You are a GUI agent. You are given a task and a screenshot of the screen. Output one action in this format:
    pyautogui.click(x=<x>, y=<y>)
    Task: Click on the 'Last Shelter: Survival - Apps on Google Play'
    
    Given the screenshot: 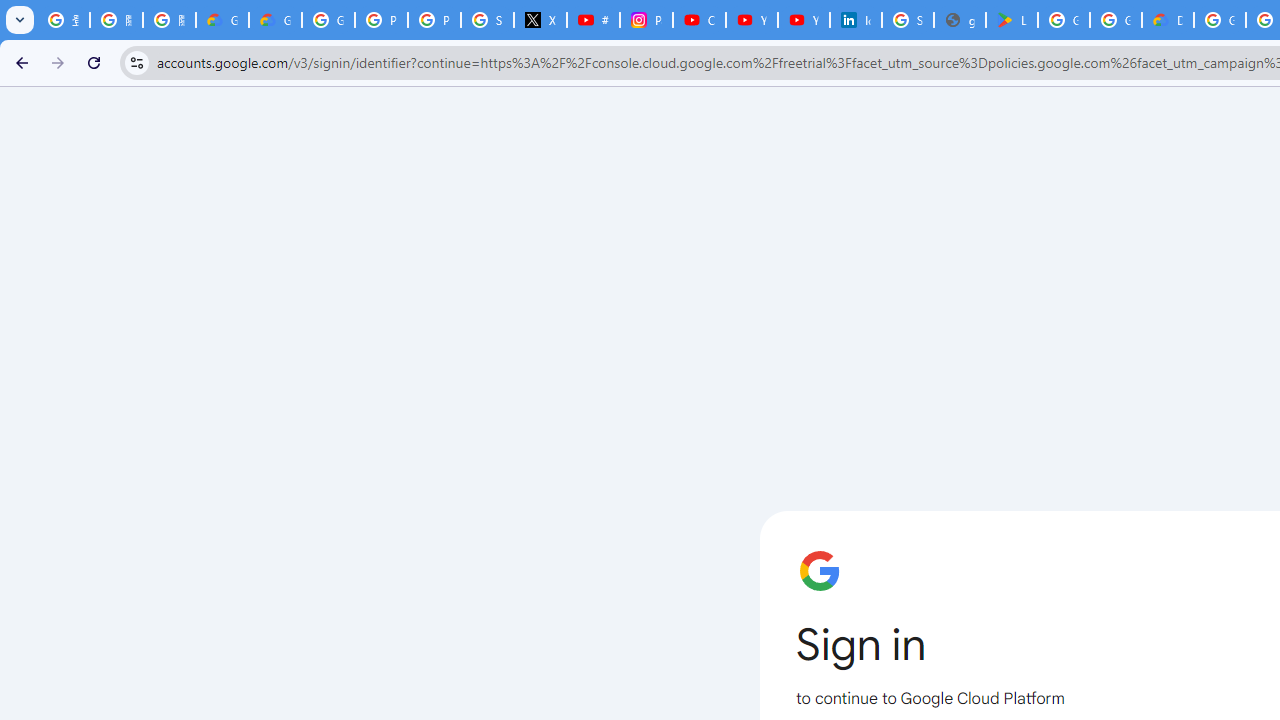 What is the action you would take?
    pyautogui.click(x=1011, y=20)
    